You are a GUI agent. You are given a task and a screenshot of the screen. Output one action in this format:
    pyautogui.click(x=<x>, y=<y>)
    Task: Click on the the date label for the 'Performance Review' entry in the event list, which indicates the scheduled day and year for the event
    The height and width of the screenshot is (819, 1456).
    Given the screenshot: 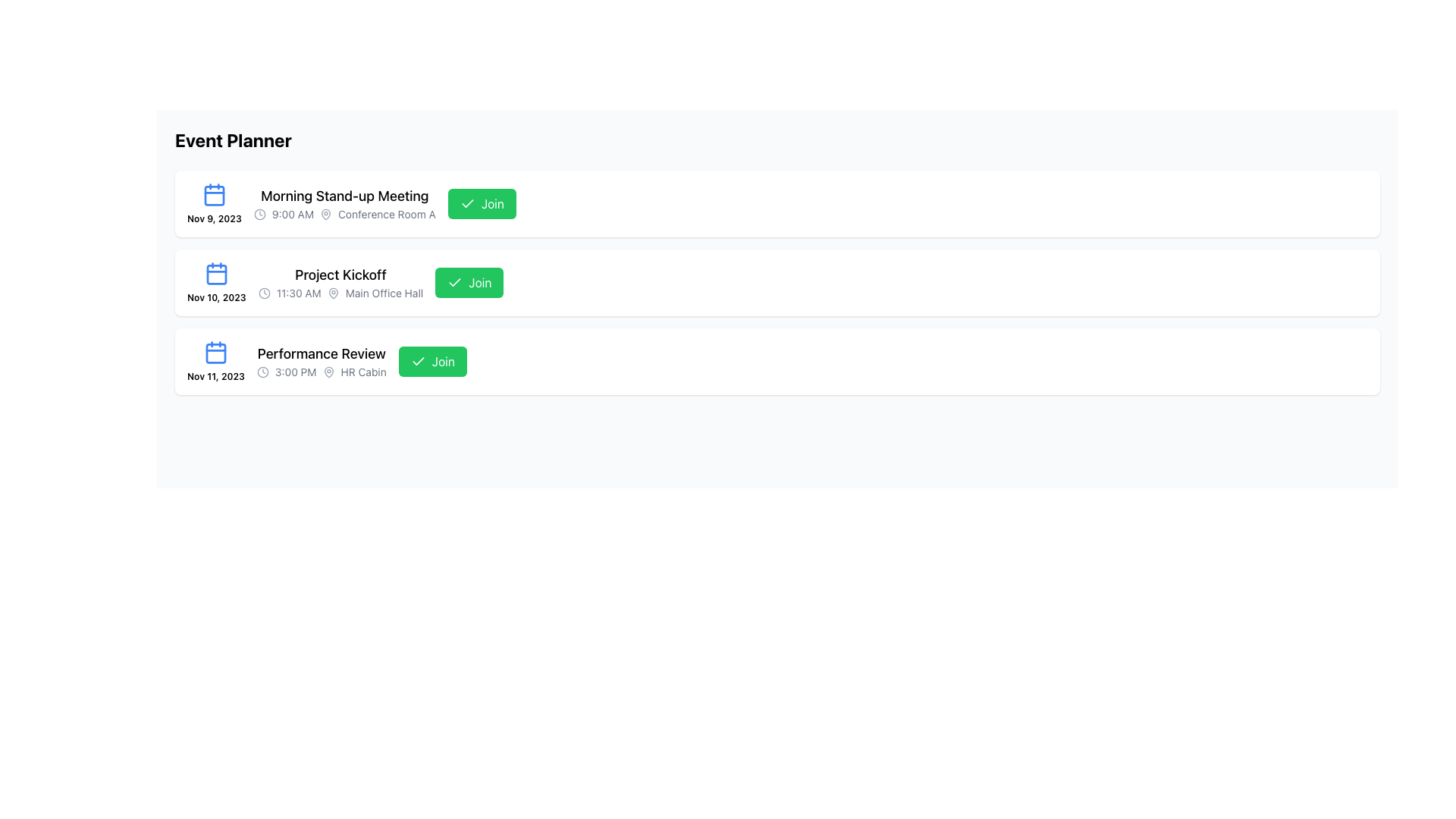 What is the action you would take?
    pyautogui.click(x=215, y=376)
    